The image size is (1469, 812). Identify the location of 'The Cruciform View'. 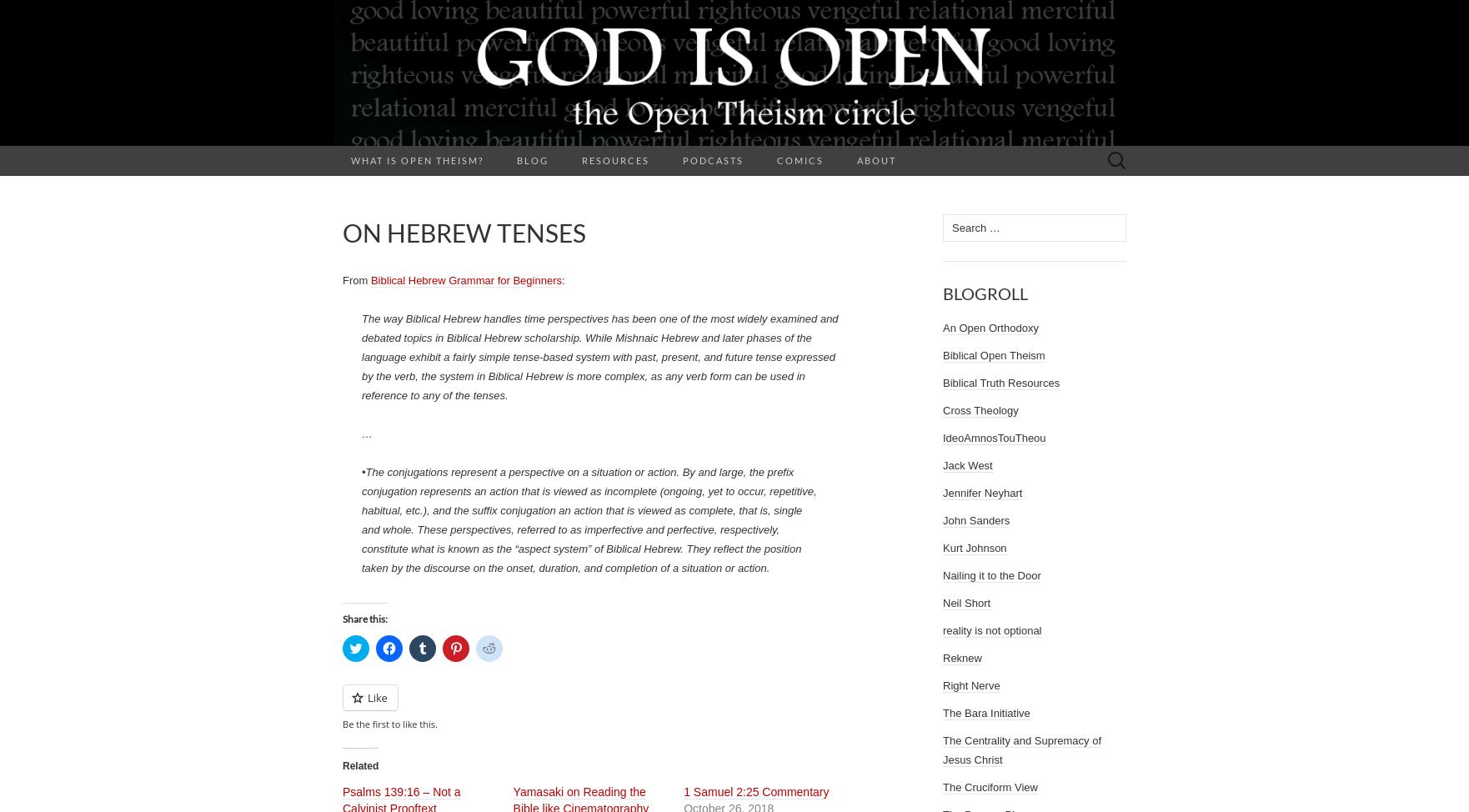
(990, 786).